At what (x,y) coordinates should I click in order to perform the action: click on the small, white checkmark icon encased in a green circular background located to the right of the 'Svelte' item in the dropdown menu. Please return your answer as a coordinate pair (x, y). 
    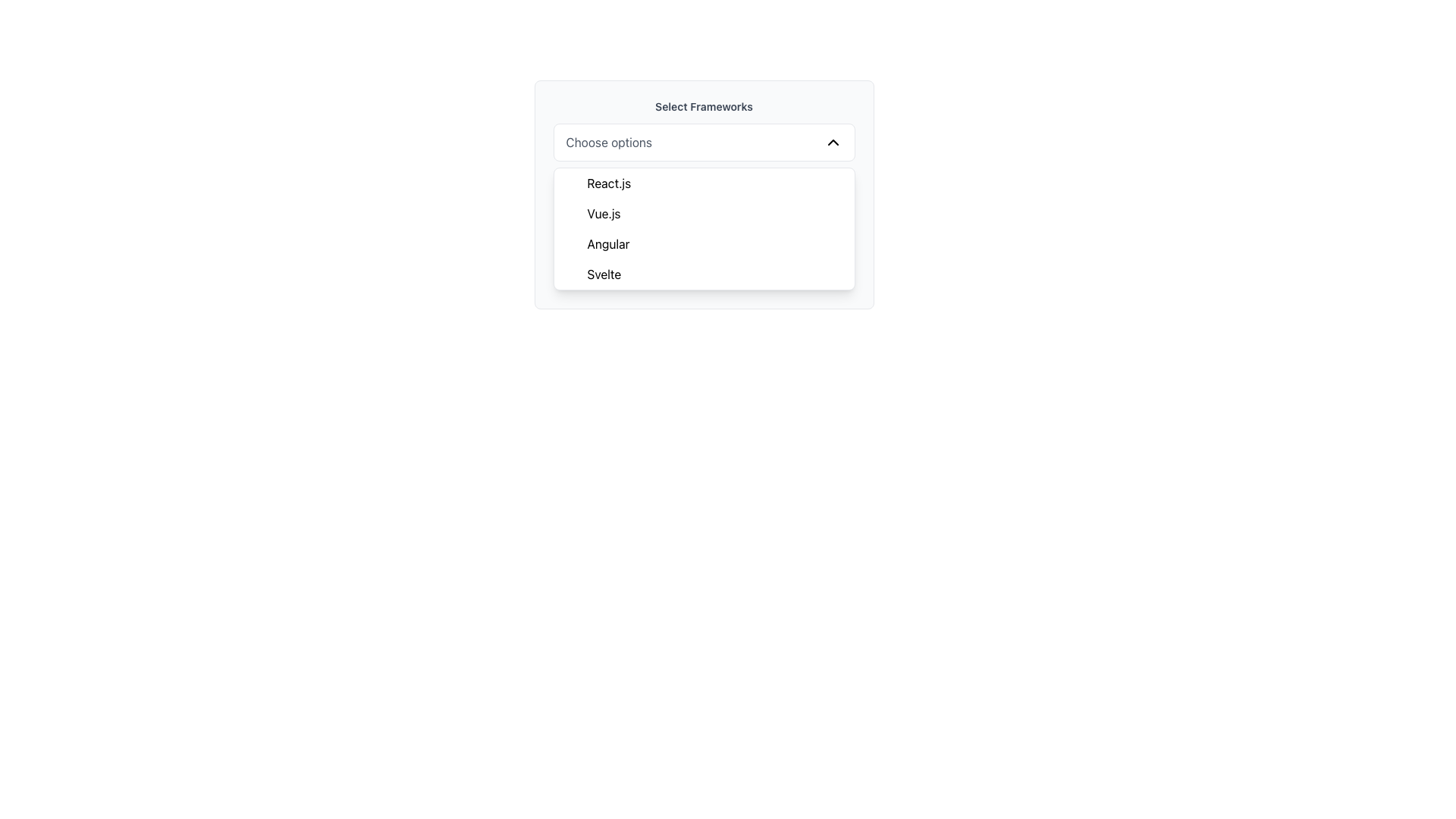
    Looking at the image, I should click on (573, 274).